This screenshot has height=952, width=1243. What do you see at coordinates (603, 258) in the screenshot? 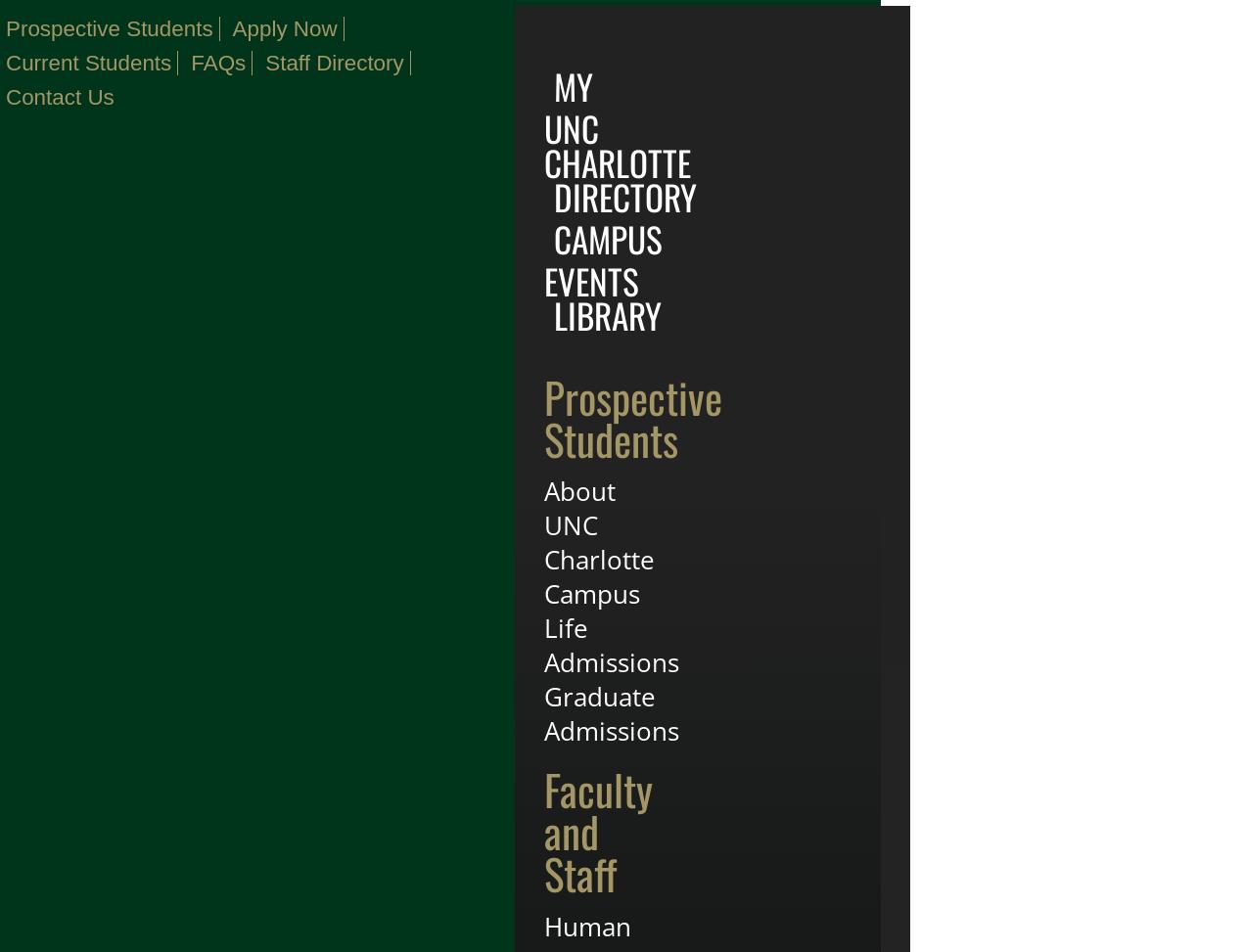
I see `'Campus
                      Events'` at bounding box center [603, 258].